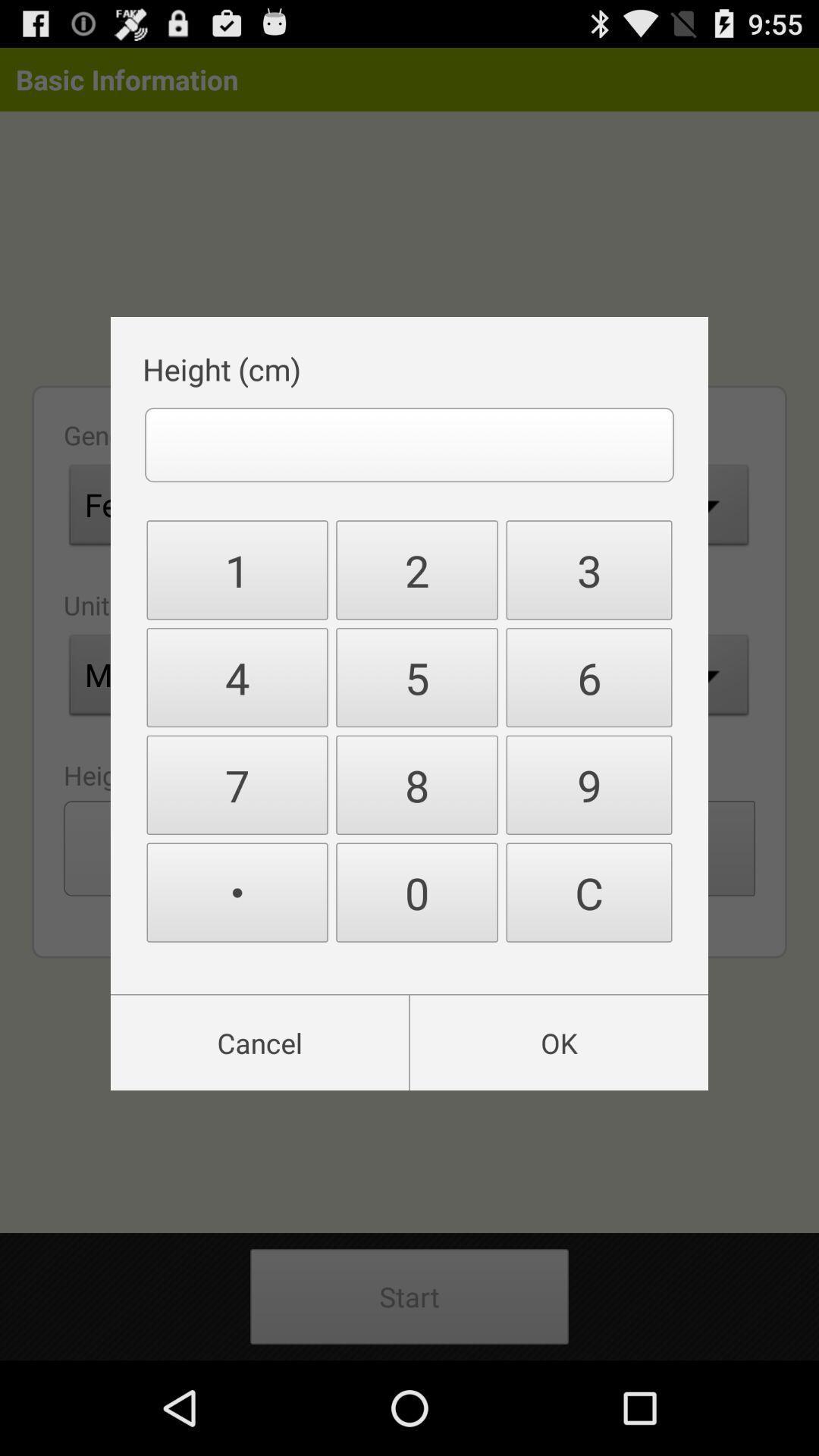 The width and height of the screenshot is (819, 1456). I want to click on 2 button, so click(417, 569).